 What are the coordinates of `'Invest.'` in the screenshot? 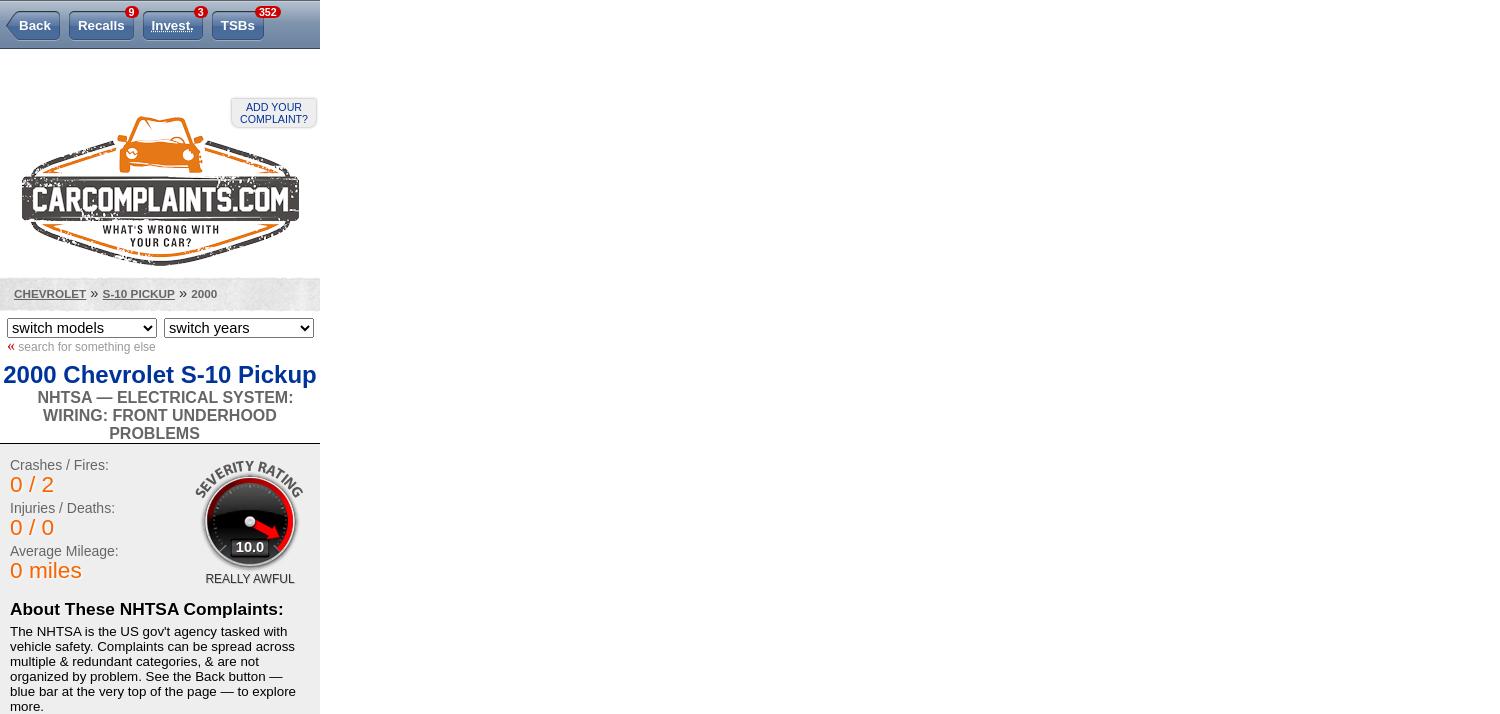 It's located at (172, 25).